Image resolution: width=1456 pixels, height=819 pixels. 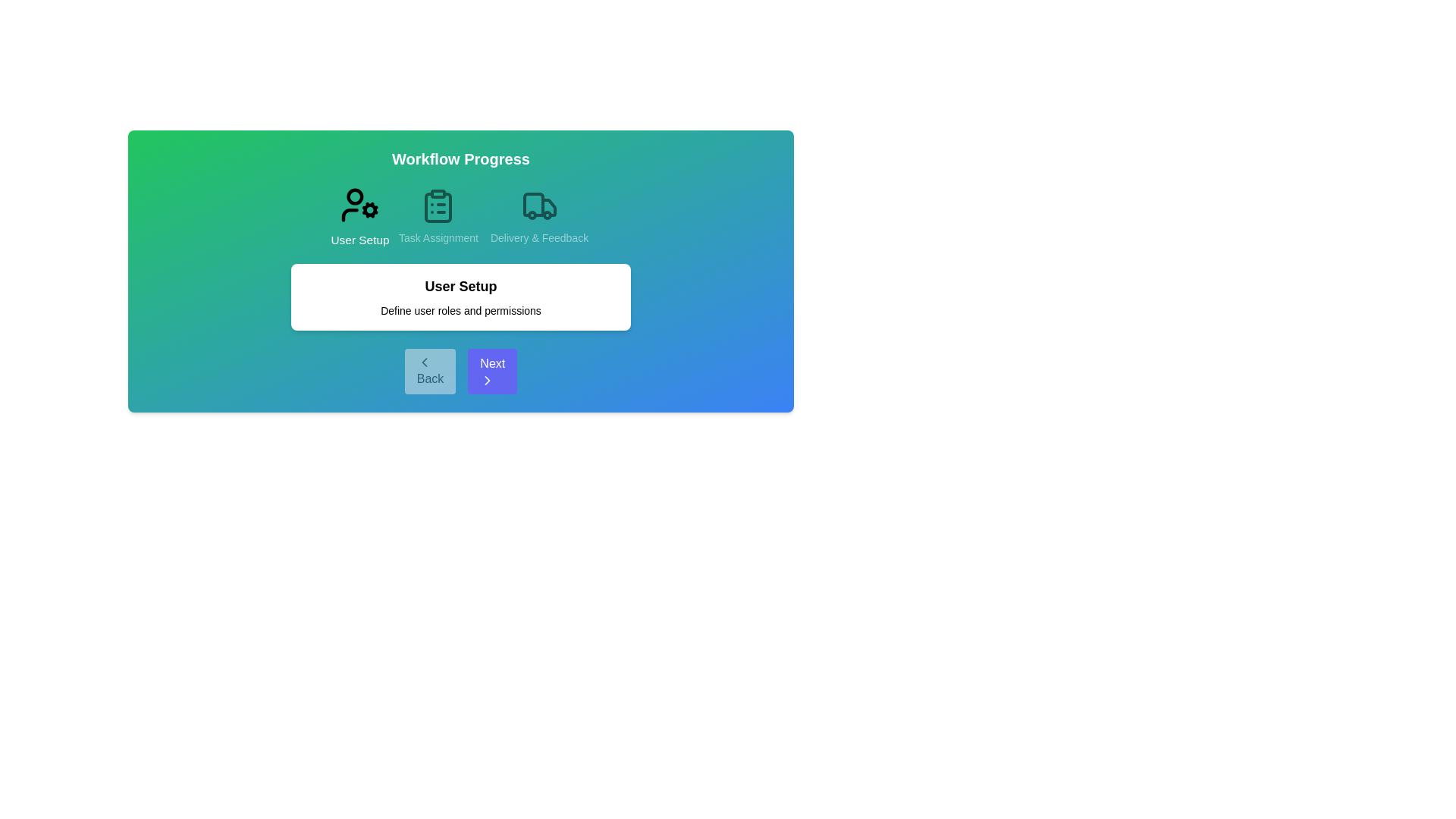 What do you see at coordinates (460, 309) in the screenshot?
I see `the text 'Define user roles and permissions' from the component` at bounding box center [460, 309].